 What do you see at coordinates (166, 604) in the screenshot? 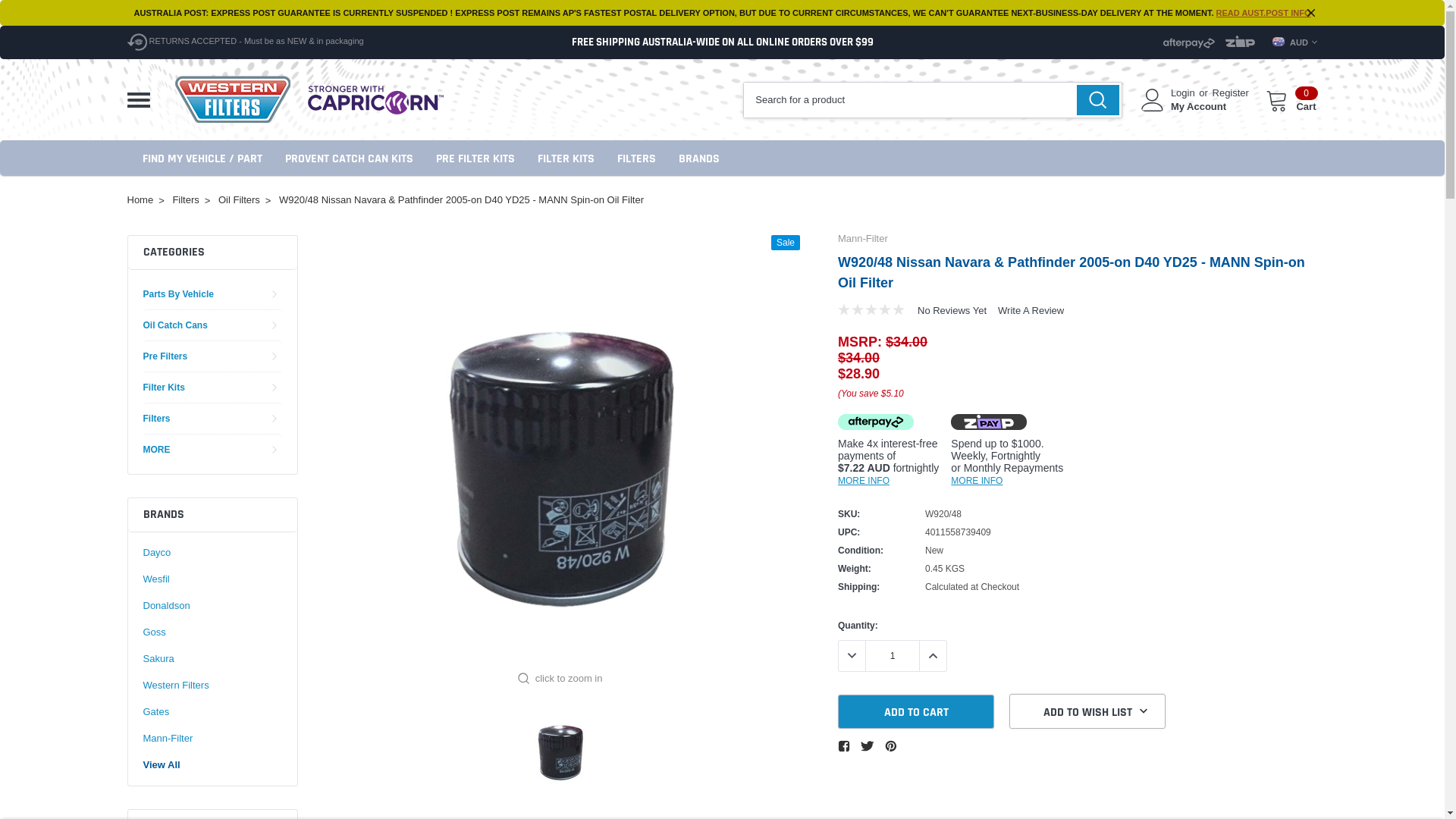
I see `'Donaldson'` at bounding box center [166, 604].